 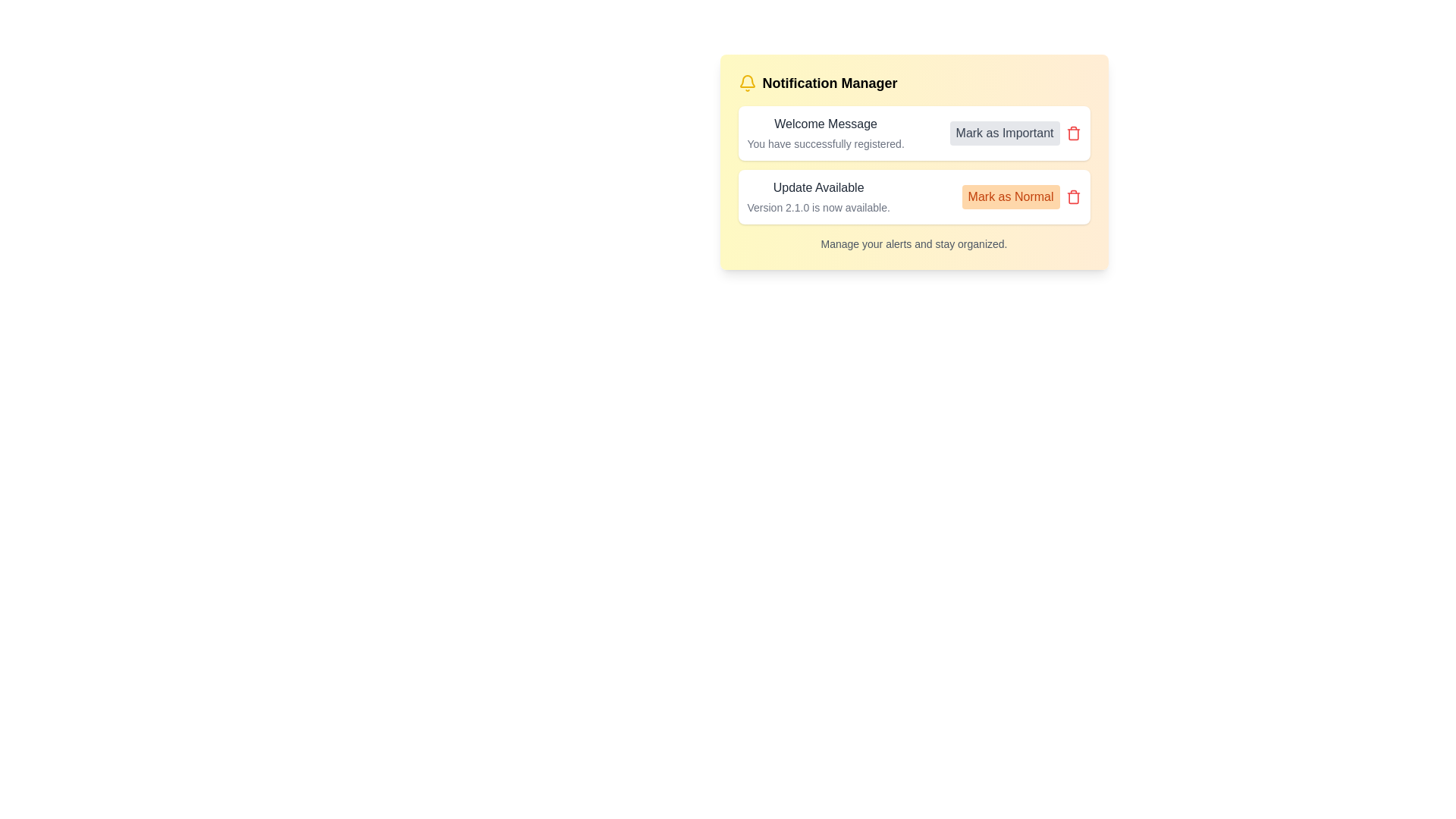 What do you see at coordinates (825, 124) in the screenshot?
I see `the text label located within the 'Notification Manager' box that describes the context of the notification below it` at bounding box center [825, 124].